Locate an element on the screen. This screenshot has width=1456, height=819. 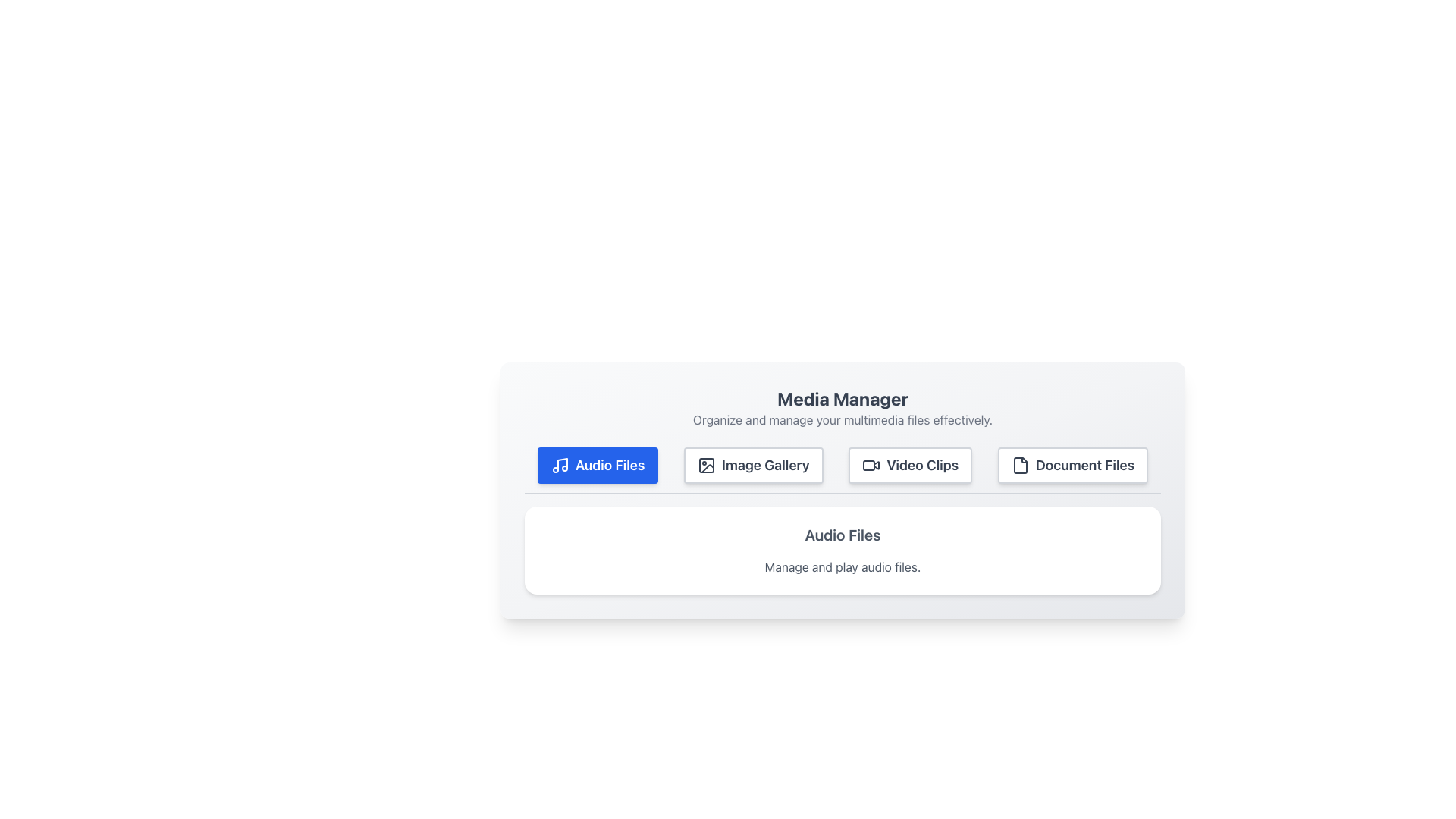
the icon representing an audio or music file within the 'Audio Files' button located at the top left of the UI is located at coordinates (559, 464).